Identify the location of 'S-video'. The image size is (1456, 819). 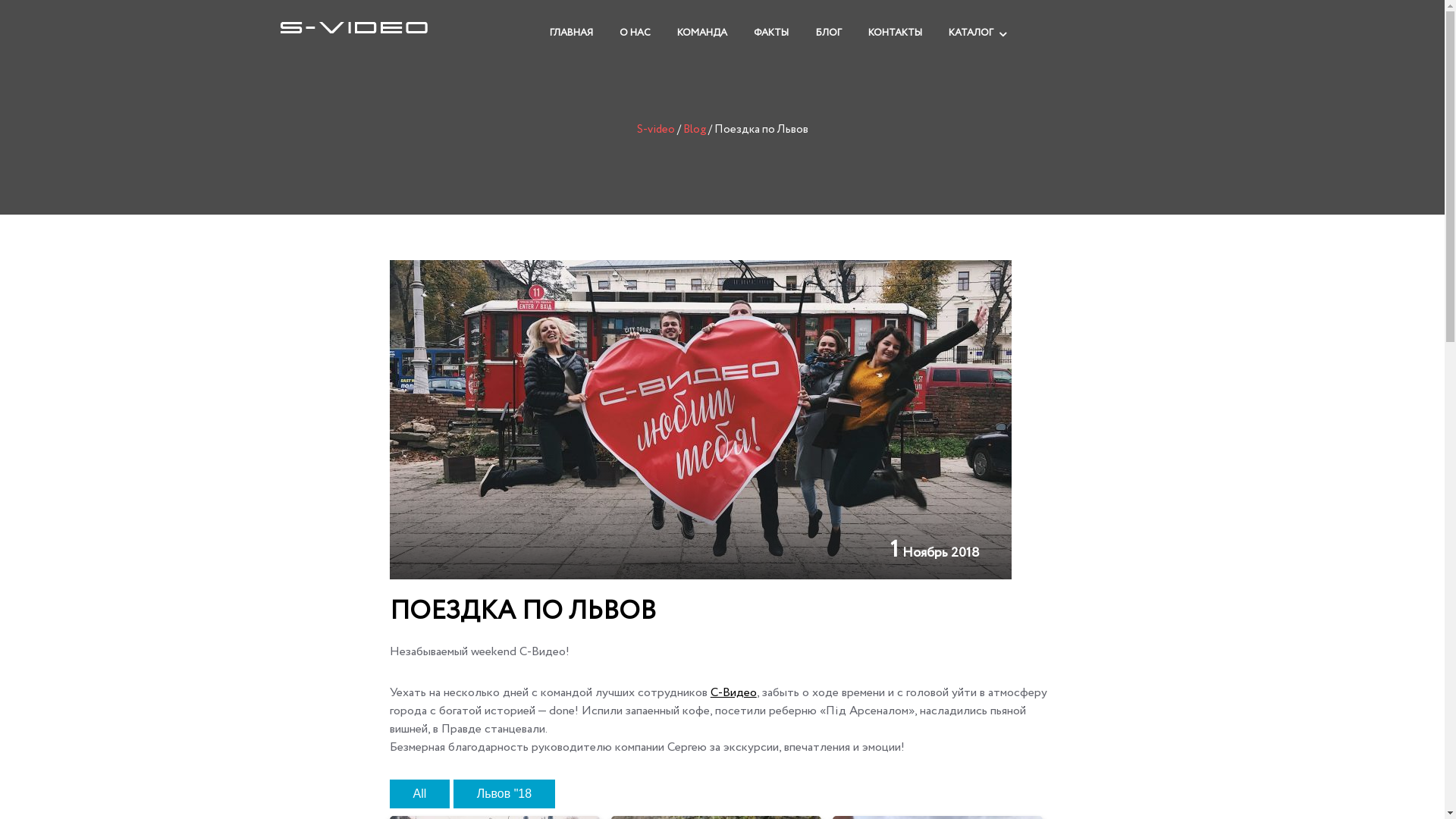
(655, 128).